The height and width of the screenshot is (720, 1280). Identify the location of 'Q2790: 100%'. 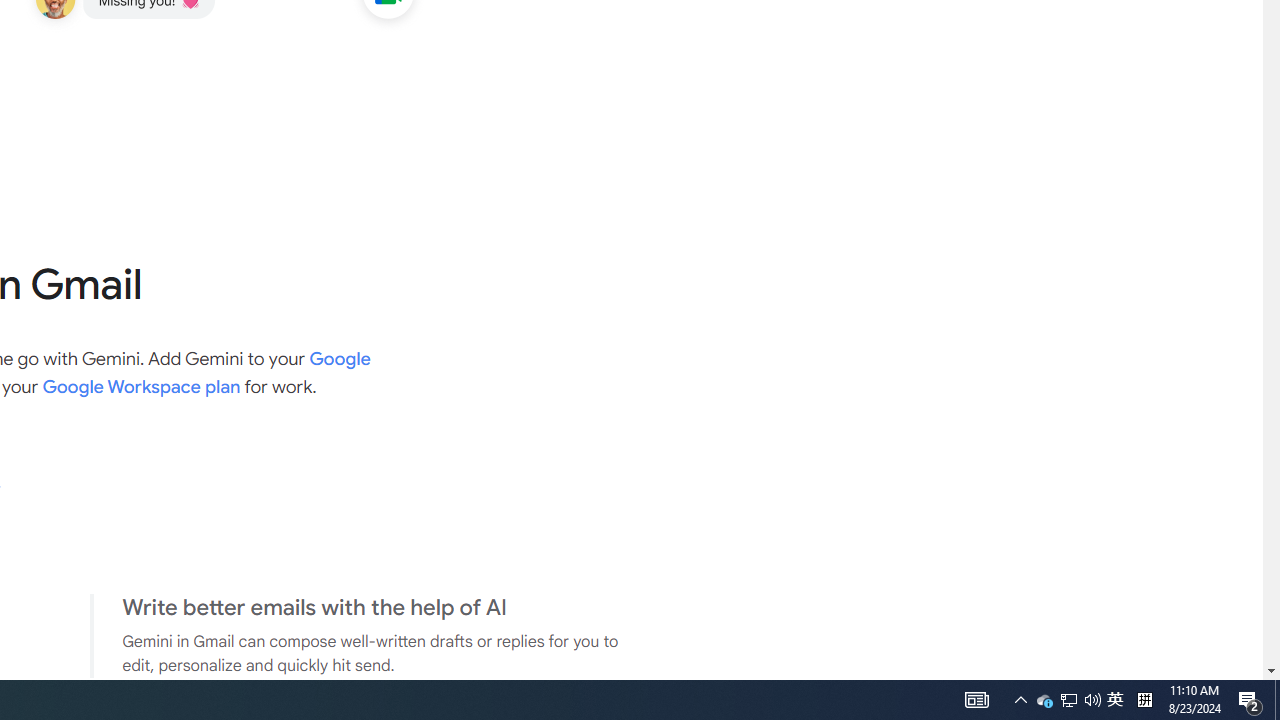
(1092, 698).